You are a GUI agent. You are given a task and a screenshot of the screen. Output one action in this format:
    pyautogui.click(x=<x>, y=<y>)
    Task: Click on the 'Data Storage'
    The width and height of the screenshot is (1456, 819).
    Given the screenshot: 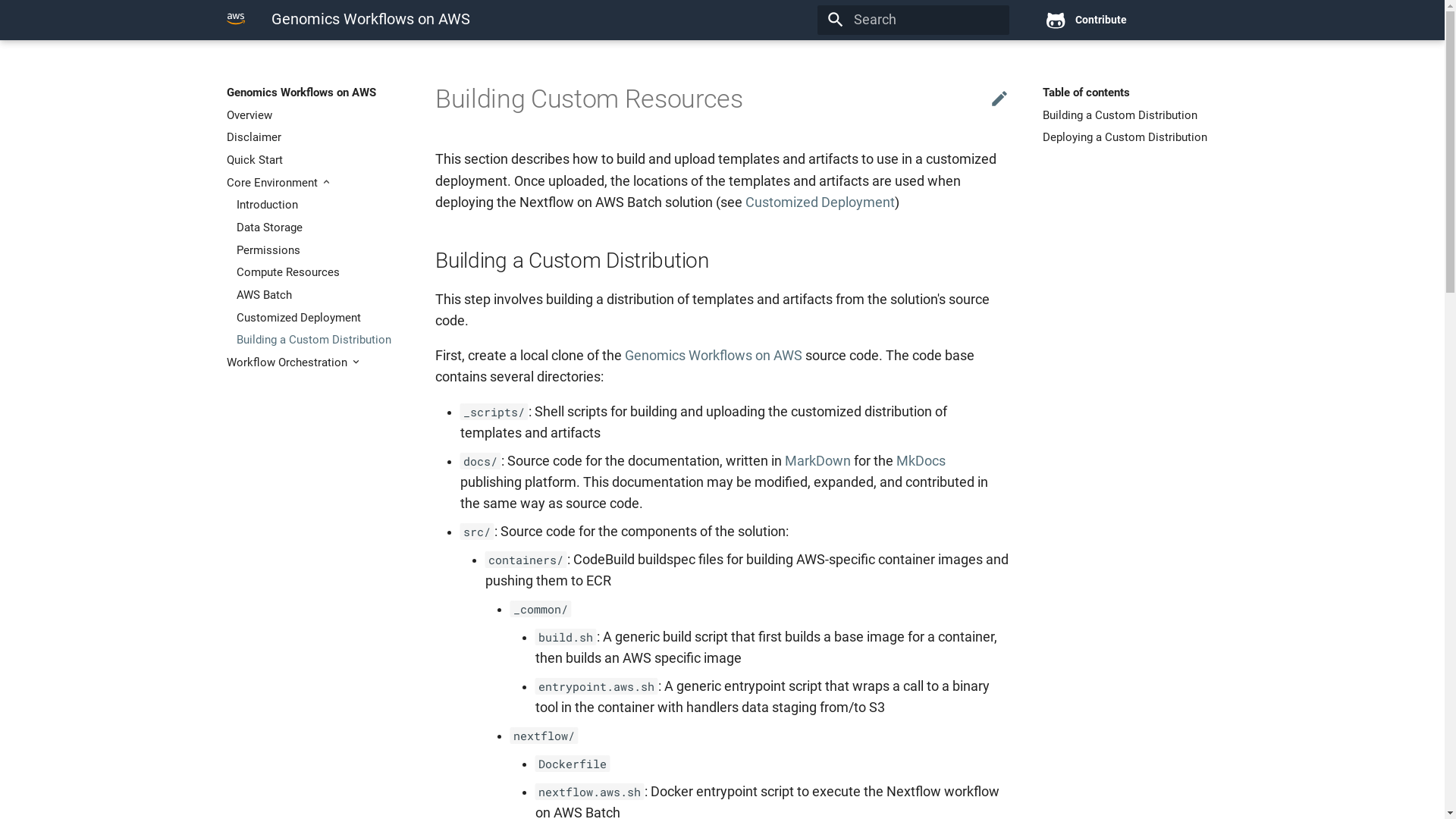 What is the action you would take?
    pyautogui.click(x=236, y=227)
    